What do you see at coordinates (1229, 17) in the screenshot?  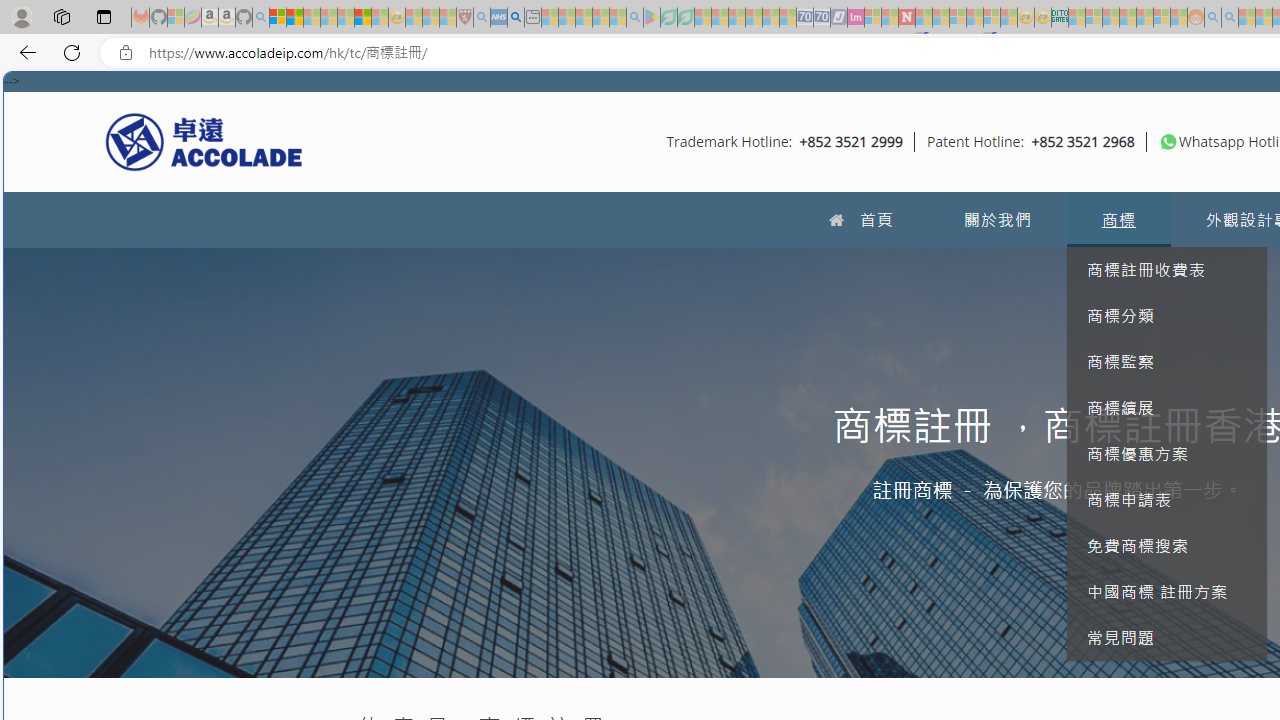 I see `'Utah sues federal government - Search - Sleeping'` at bounding box center [1229, 17].